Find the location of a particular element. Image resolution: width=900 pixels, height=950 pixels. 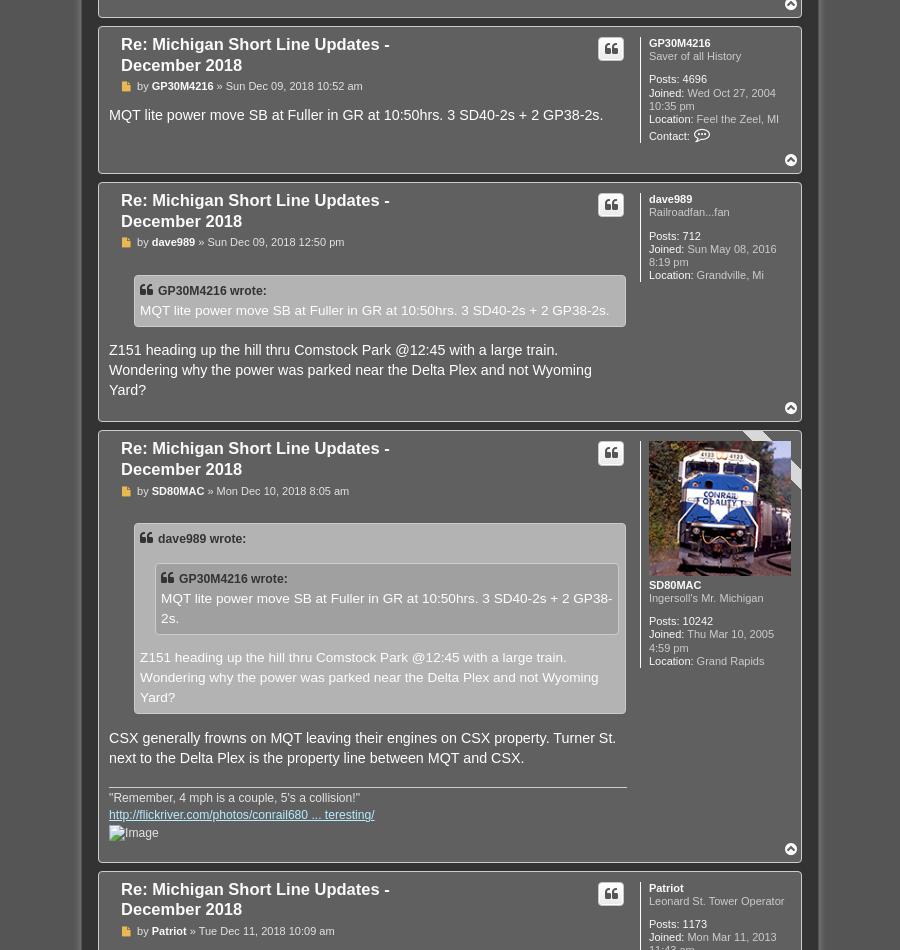

'10242' is located at coordinates (696, 621).